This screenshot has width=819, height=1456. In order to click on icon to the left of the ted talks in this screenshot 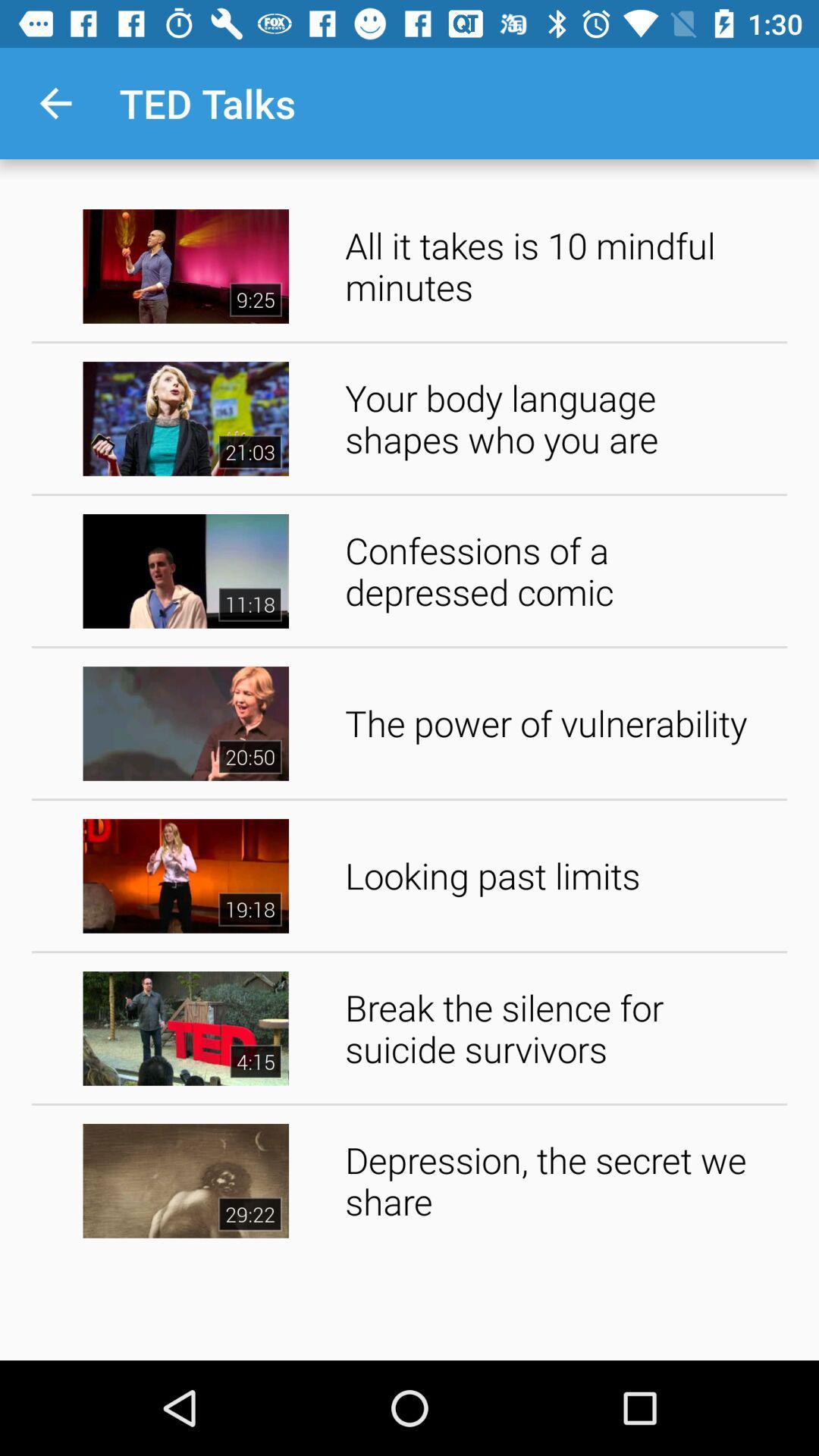, I will do `click(55, 102)`.